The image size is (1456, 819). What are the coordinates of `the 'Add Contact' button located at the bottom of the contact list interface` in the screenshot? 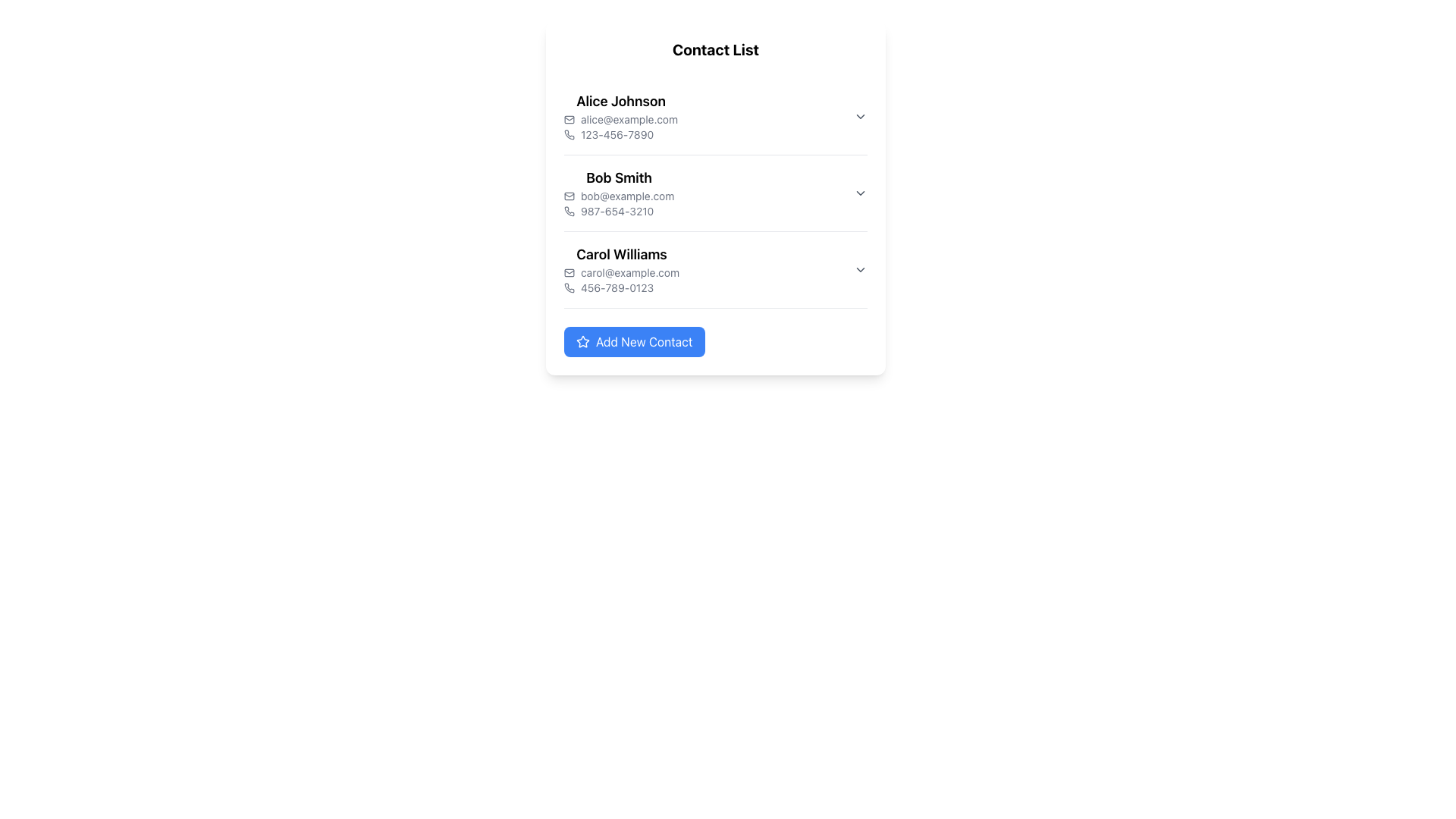 It's located at (634, 342).